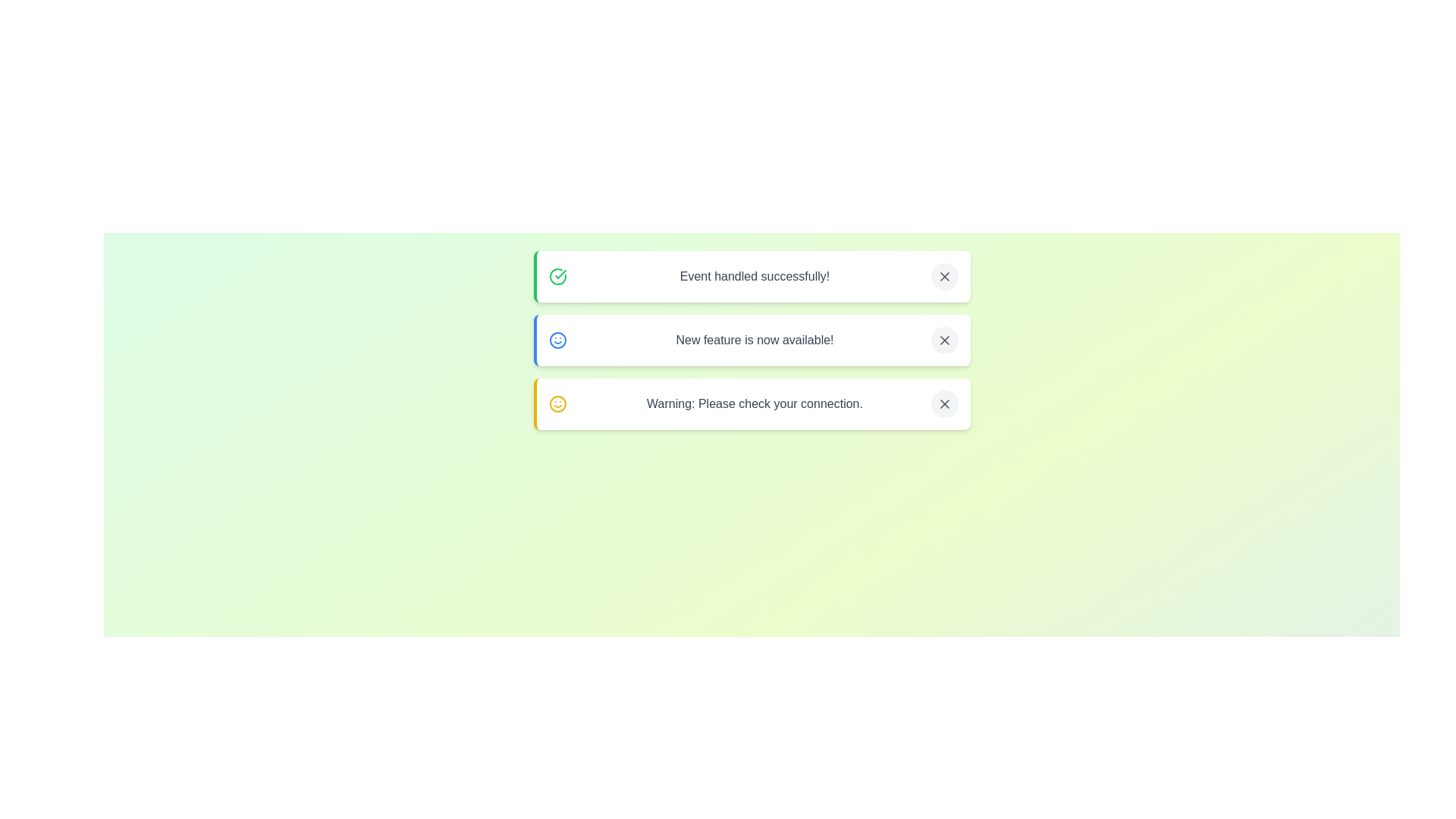 The width and height of the screenshot is (1456, 819). What do you see at coordinates (943, 339) in the screenshot?
I see `the close button icon located in the top-right corner of the middle notification card that dismisses the notification message 'New feature is now available!'` at bounding box center [943, 339].